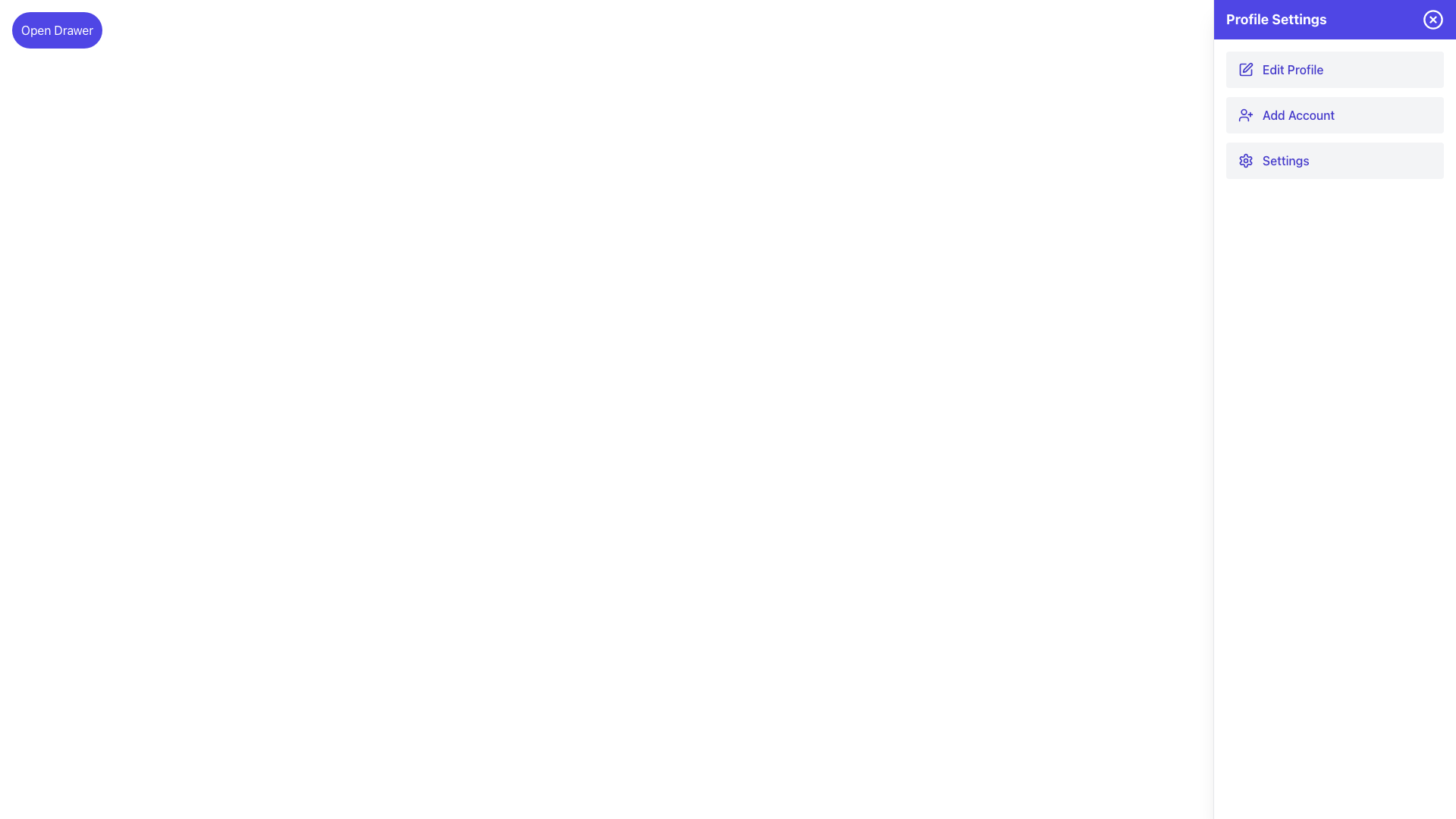 This screenshot has height=819, width=1456. What do you see at coordinates (57, 30) in the screenshot?
I see `the button located at the top left corner of the interface` at bounding box center [57, 30].